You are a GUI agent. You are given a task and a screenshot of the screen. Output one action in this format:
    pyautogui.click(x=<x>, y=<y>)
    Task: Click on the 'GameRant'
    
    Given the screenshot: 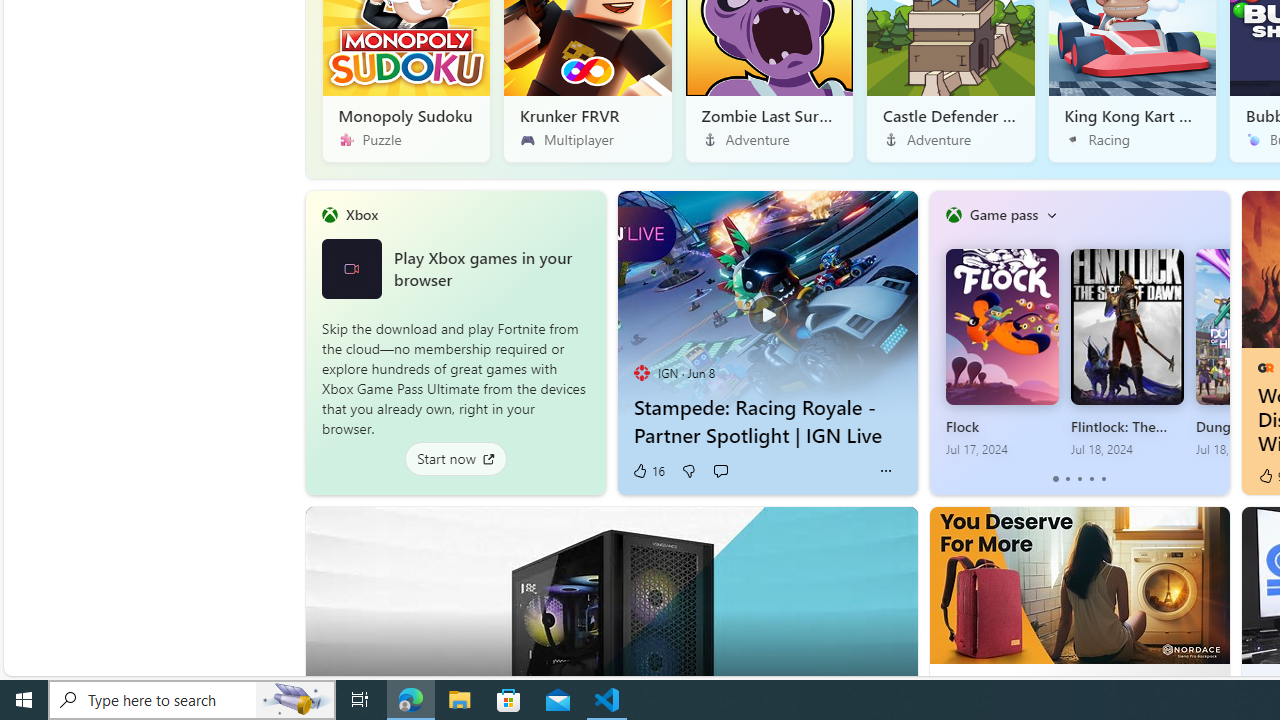 What is the action you would take?
    pyautogui.click(x=1264, y=367)
    